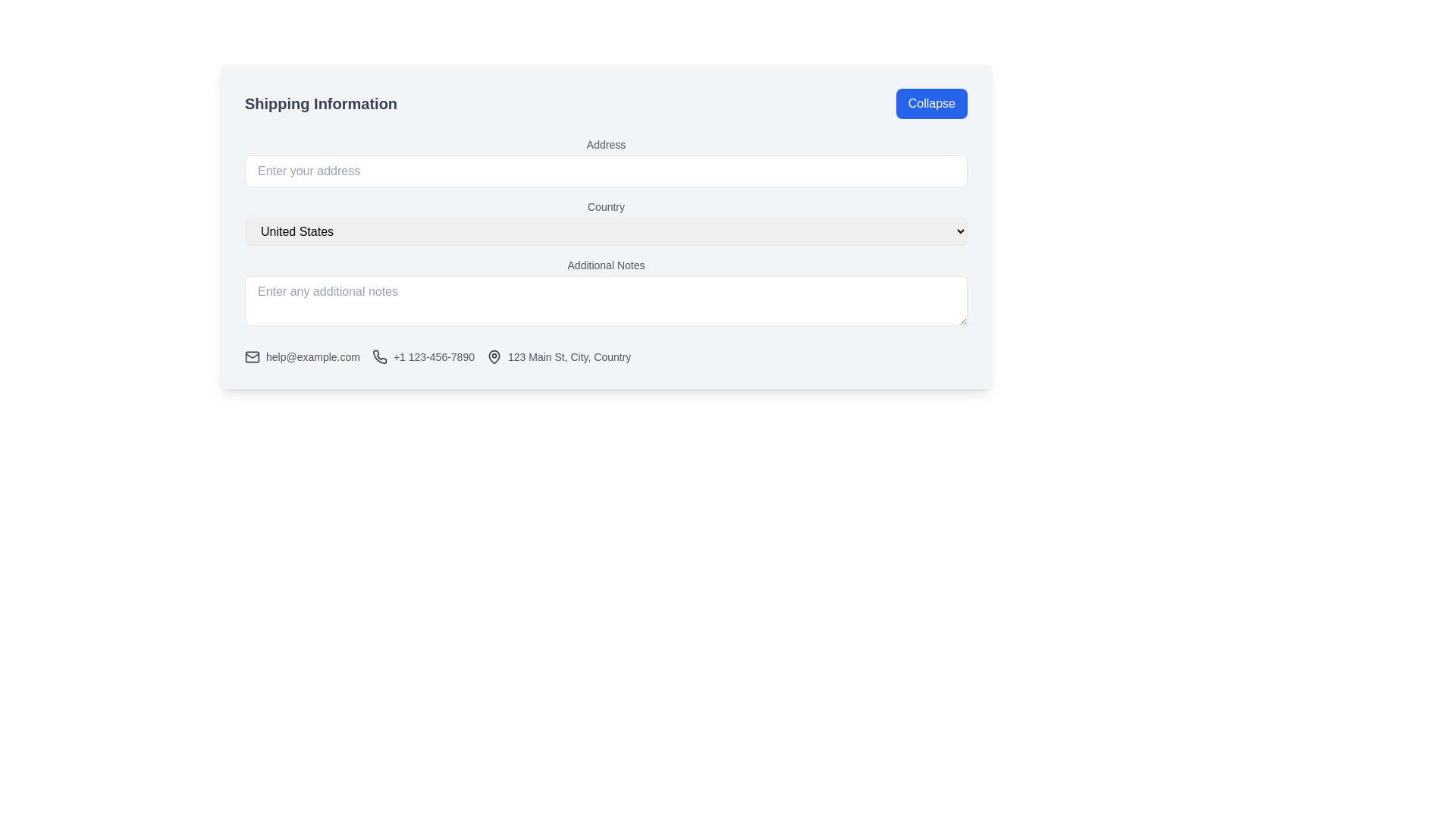  Describe the element at coordinates (605, 207) in the screenshot. I see `the text label displaying the word 'Country' which is styled with gray color and is positioned above the dropdown menu` at that location.